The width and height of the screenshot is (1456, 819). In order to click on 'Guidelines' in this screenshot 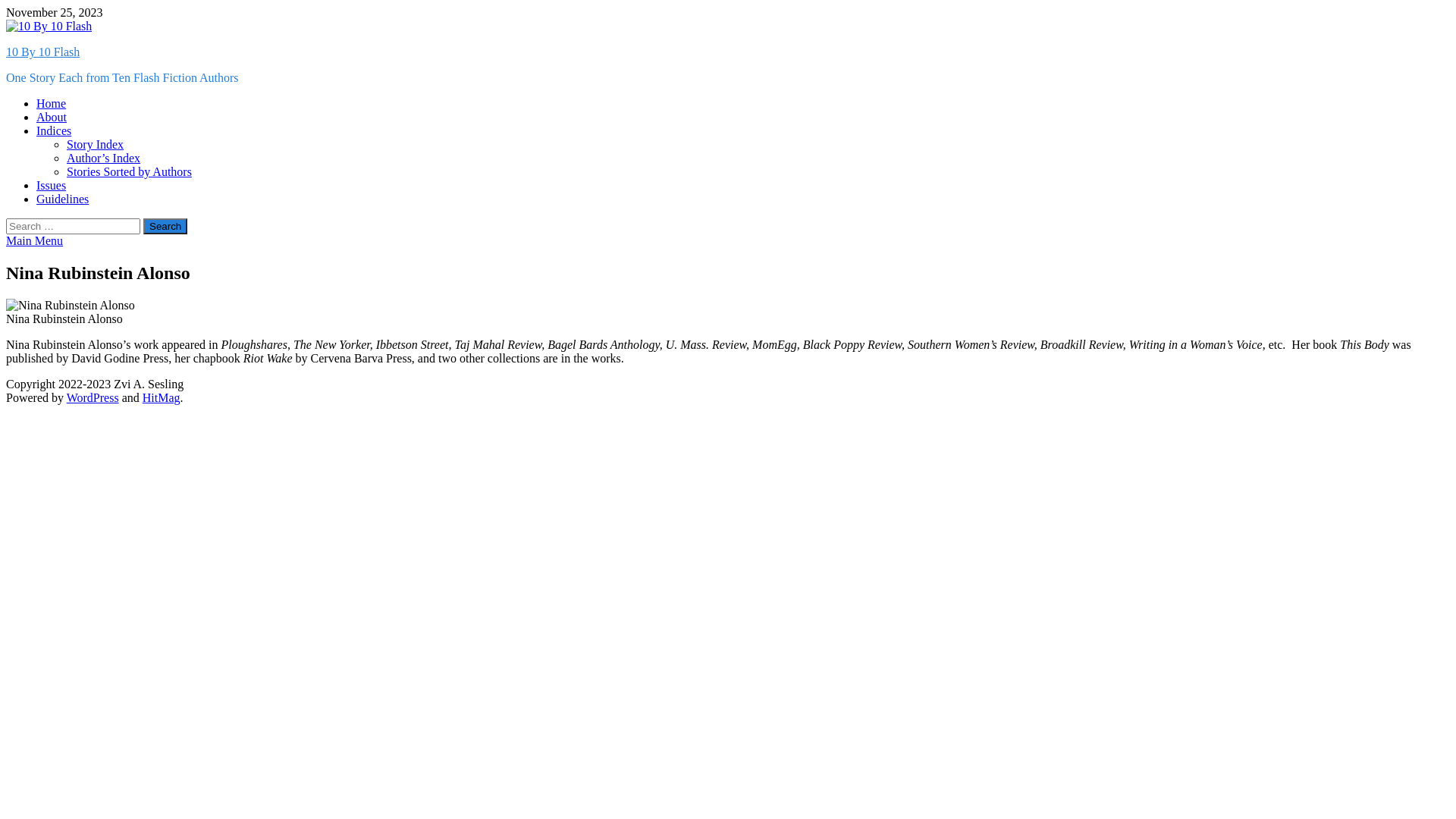, I will do `click(61, 198)`.